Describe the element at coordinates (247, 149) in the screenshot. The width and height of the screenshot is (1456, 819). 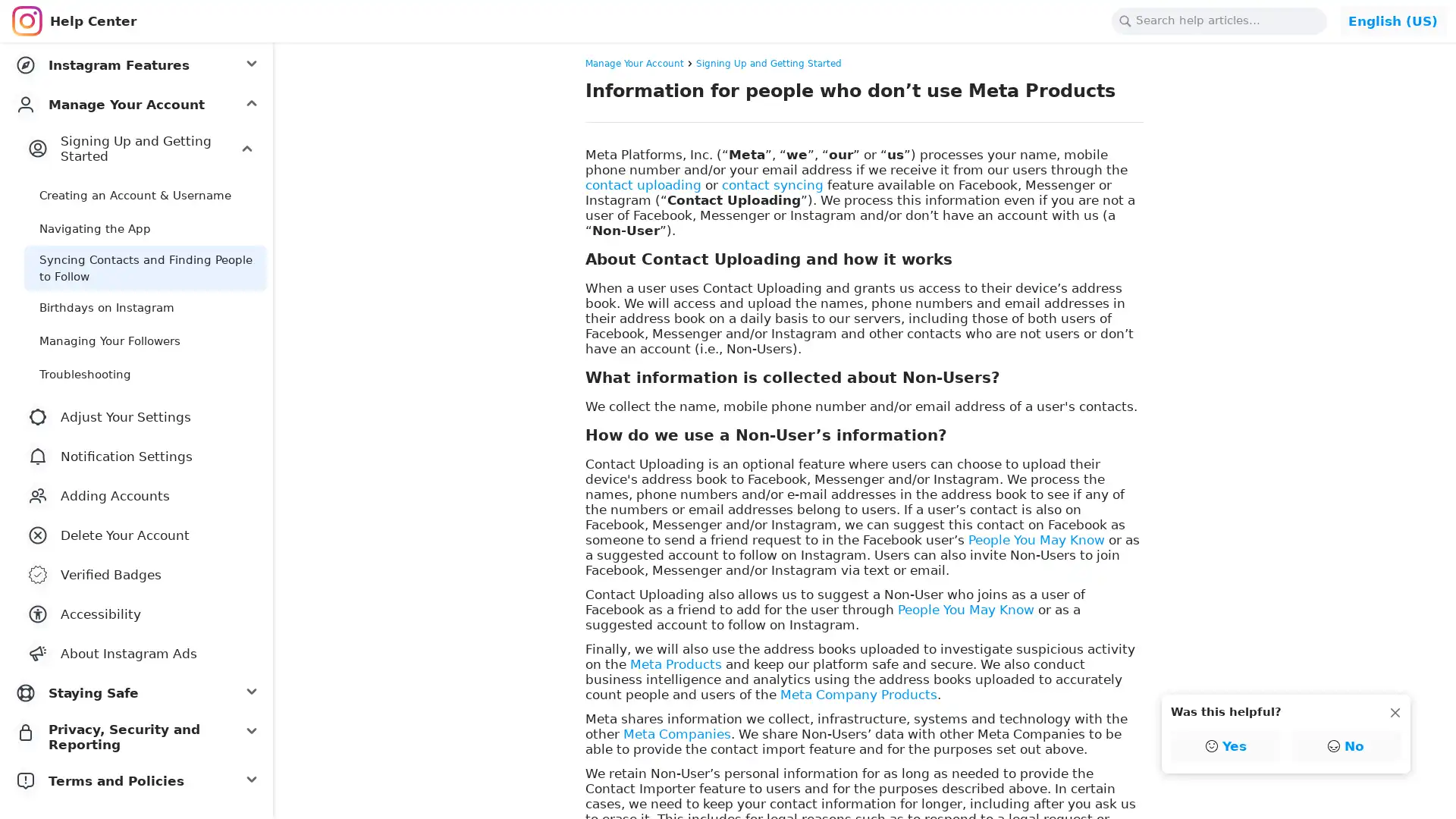
I see `Expand` at that location.